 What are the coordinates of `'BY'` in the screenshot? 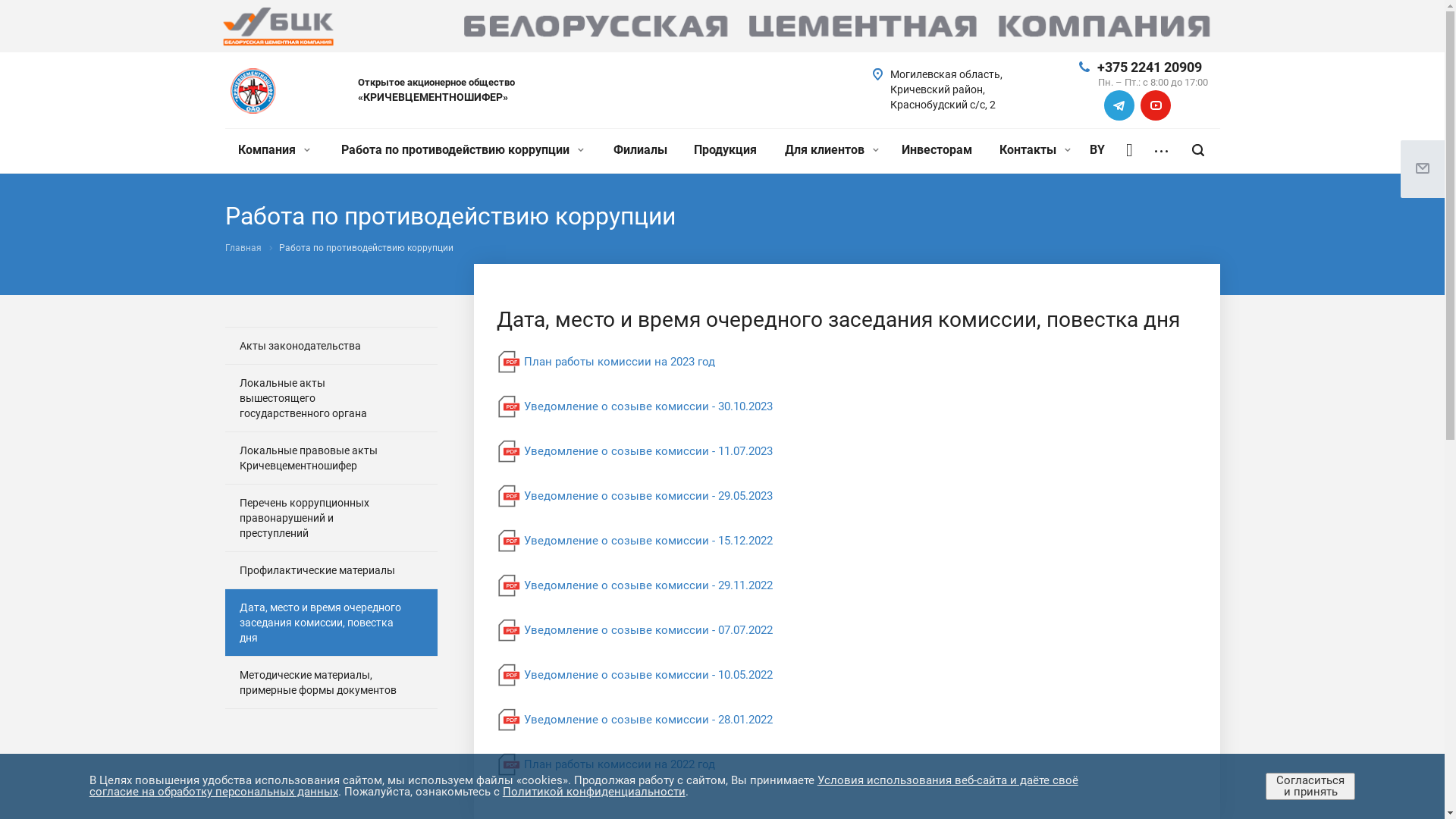 It's located at (1097, 150).